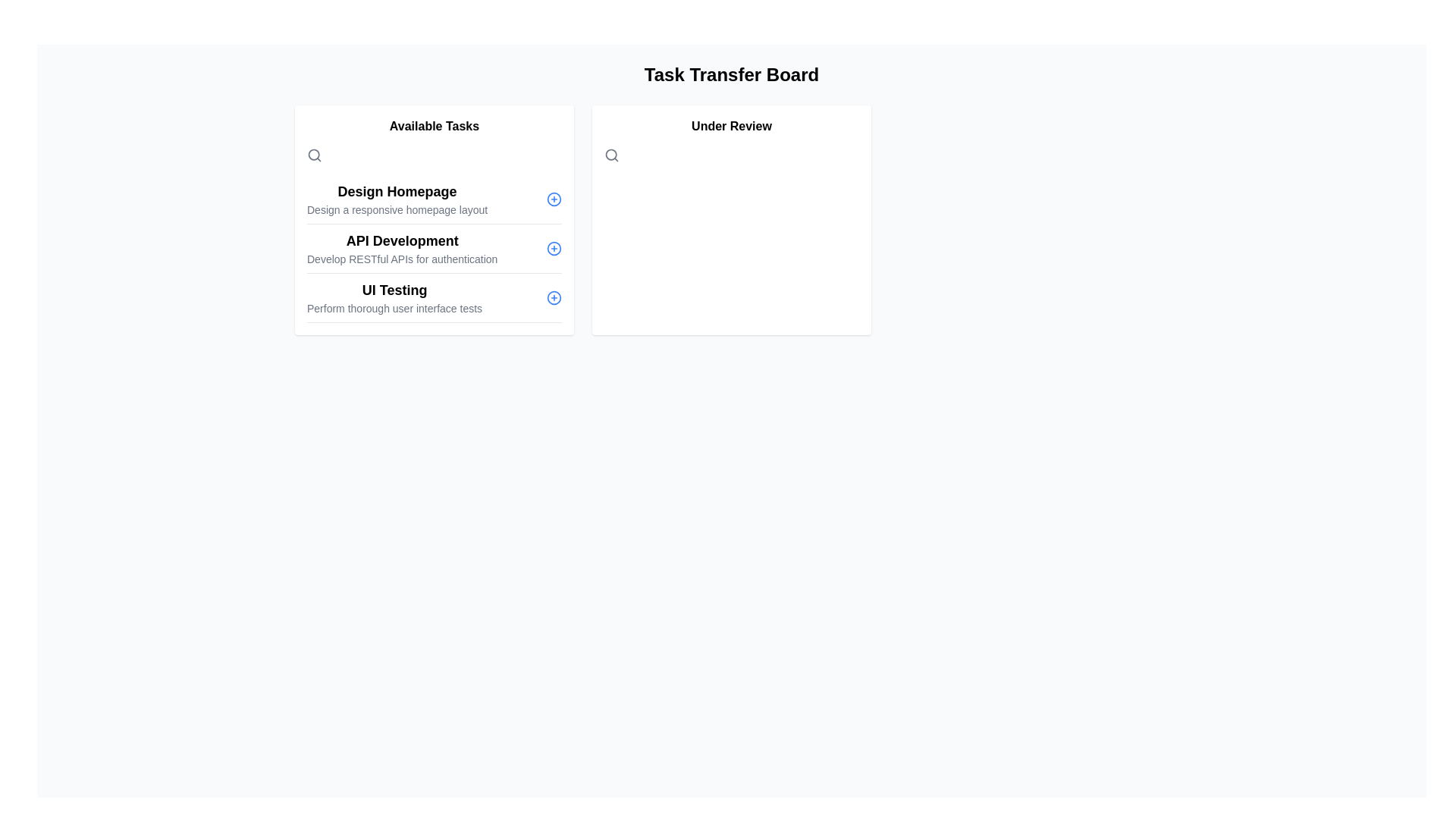 Image resolution: width=1456 pixels, height=819 pixels. What do you see at coordinates (394, 298) in the screenshot?
I see `text displayed in the Text Display Component, which shows 'UI Testing' in bold and larger font and 'Perform thorough user interface tests' in smaller, grayed-out font, located as the third task item under 'Available Tasks'` at bounding box center [394, 298].